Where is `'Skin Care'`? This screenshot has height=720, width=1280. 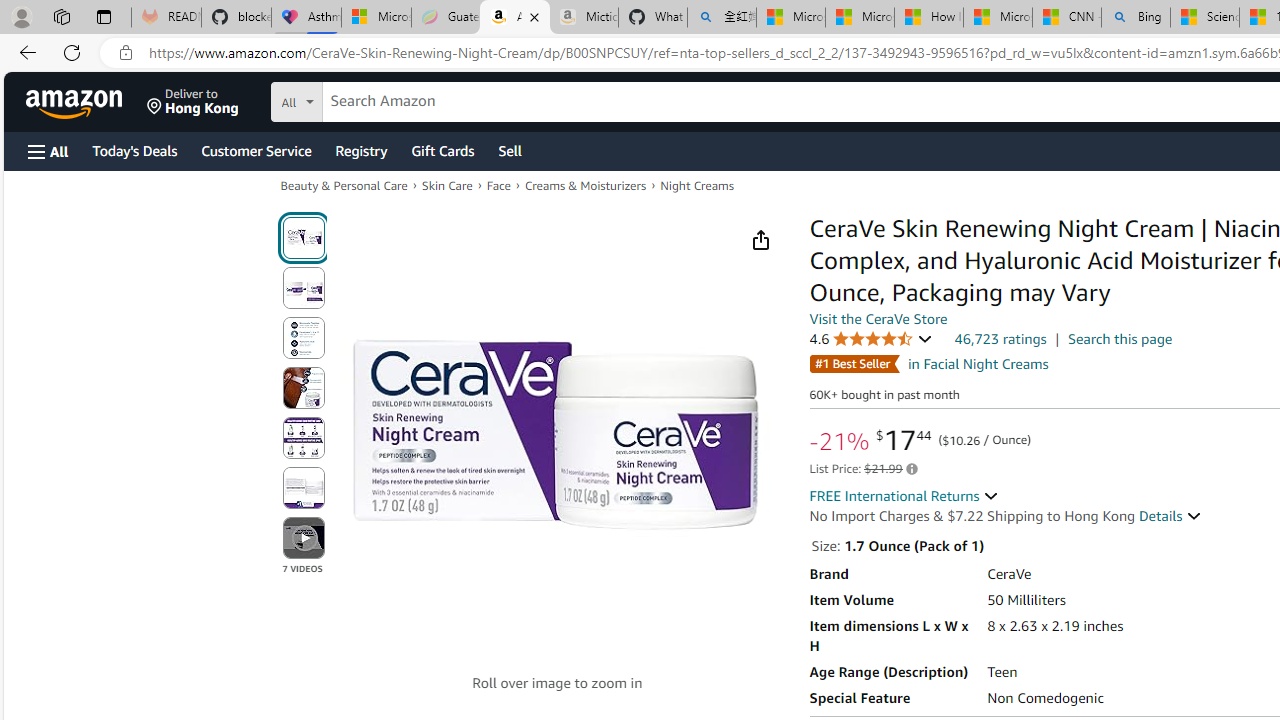
'Skin Care' is located at coordinates (446, 186).